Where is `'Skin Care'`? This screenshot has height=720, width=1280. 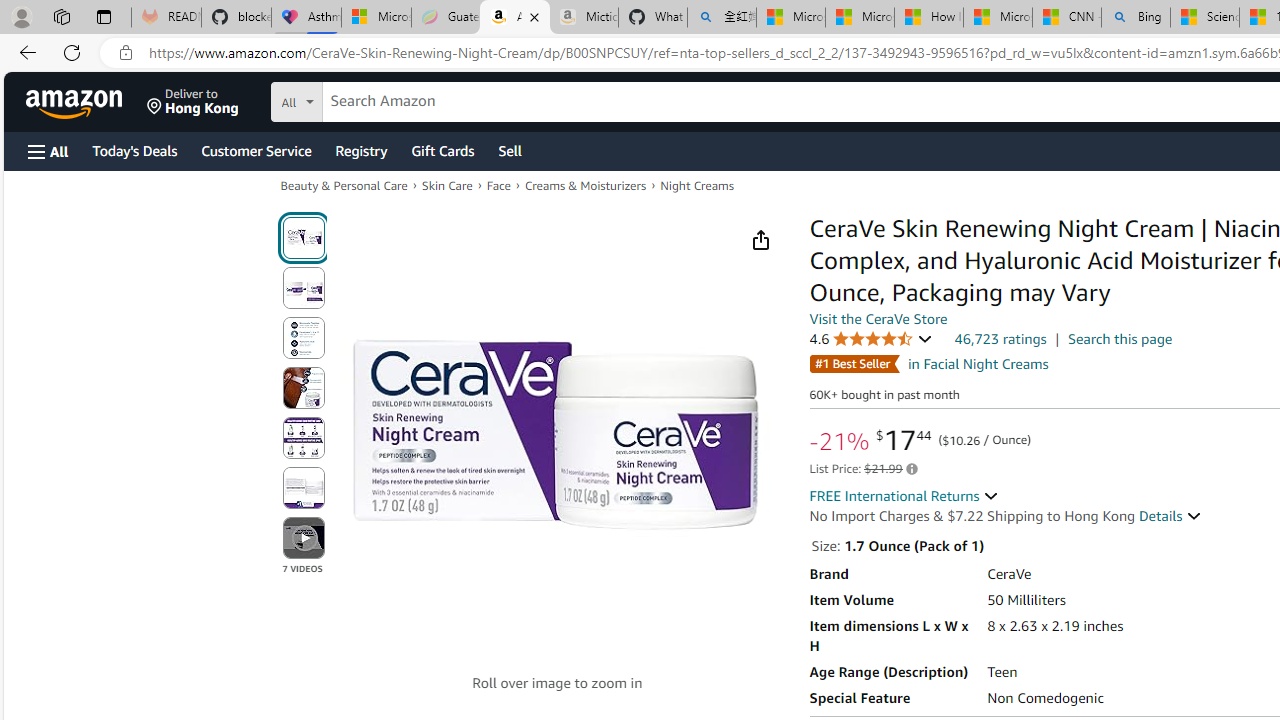
'Skin Care' is located at coordinates (446, 186).